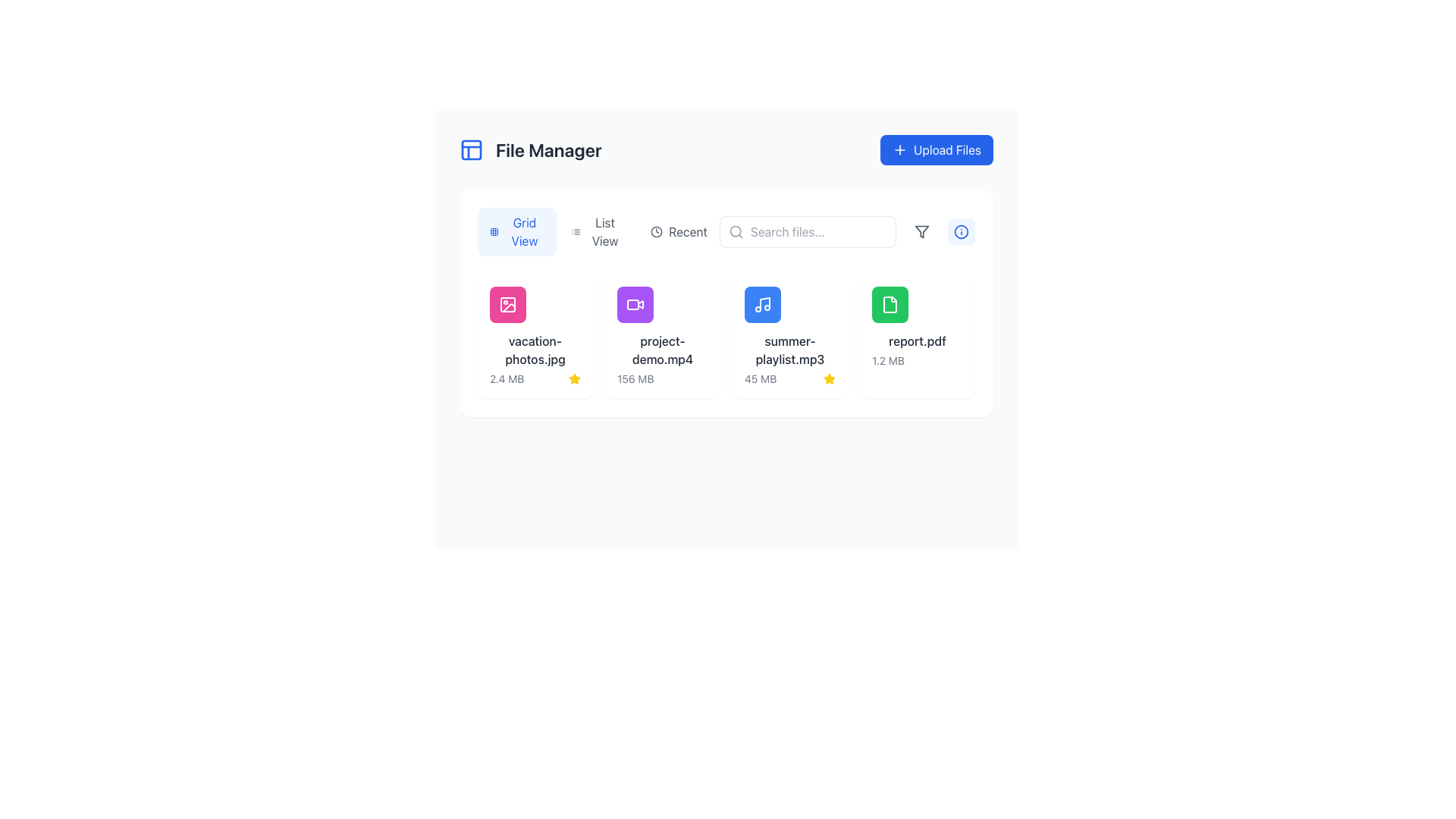 The height and width of the screenshot is (819, 1456). Describe the element at coordinates (503, 376) in the screenshot. I see `the circular download button icon with a gray outline located beneath the 'vacation-photos.jpg' file thumbnail` at that location.